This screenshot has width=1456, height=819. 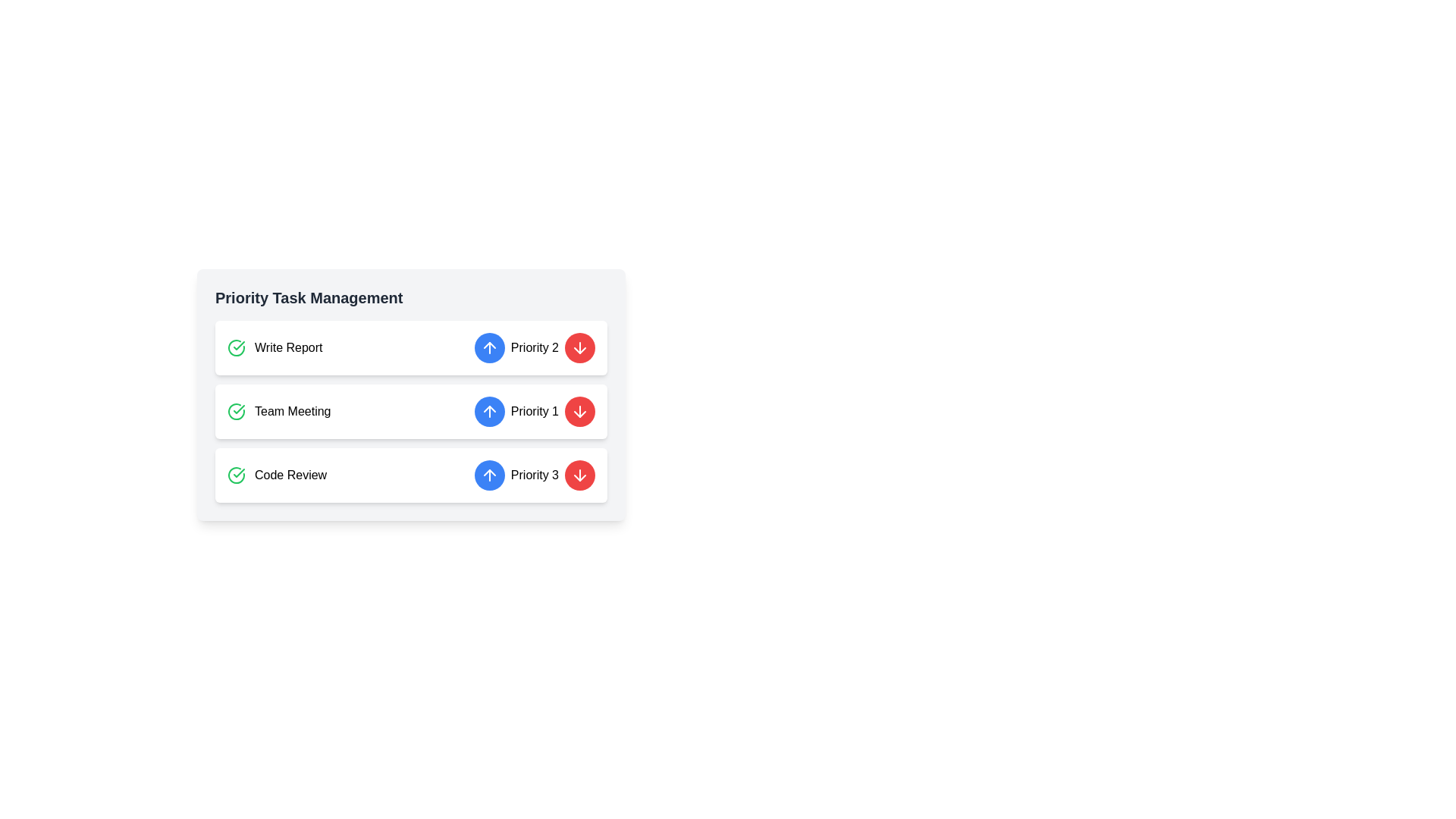 What do you see at coordinates (579, 412) in the screenshot?
I see `the downward-facing arrow button with a red background and white graphic strokes, which is the rightmost item in the button group next to the 'Priority 1' text in the 'Team Meeting' row of the 'Priority Task Management' component` at bounding box center [579, 412].